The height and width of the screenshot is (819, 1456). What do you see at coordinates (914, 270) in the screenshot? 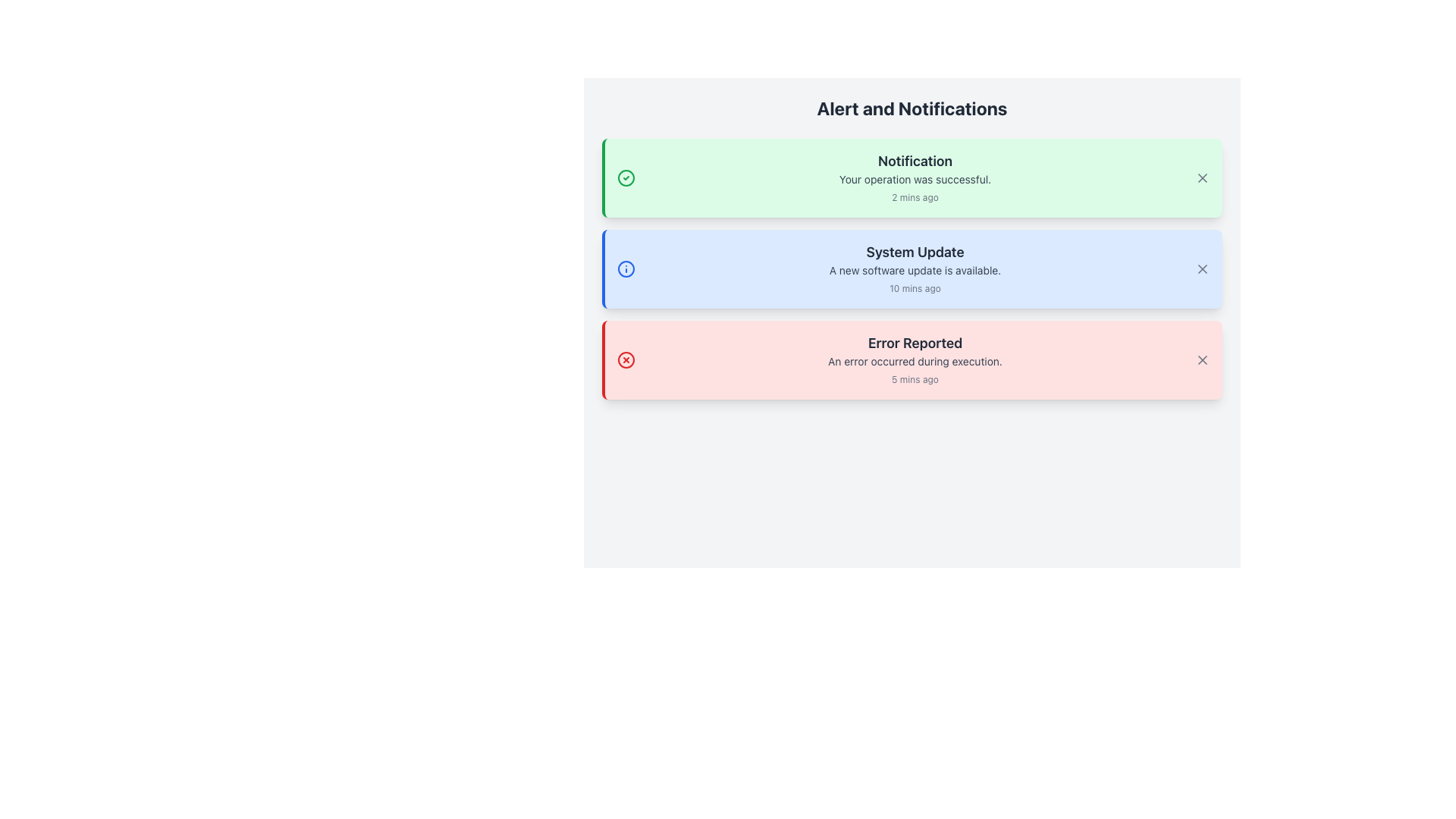
I see `the text label that reads 'A new software update is available.' which is styled in gray and positioned within a blue background box, located underneath the title 'System Update'` at bounding box center [914, 270].